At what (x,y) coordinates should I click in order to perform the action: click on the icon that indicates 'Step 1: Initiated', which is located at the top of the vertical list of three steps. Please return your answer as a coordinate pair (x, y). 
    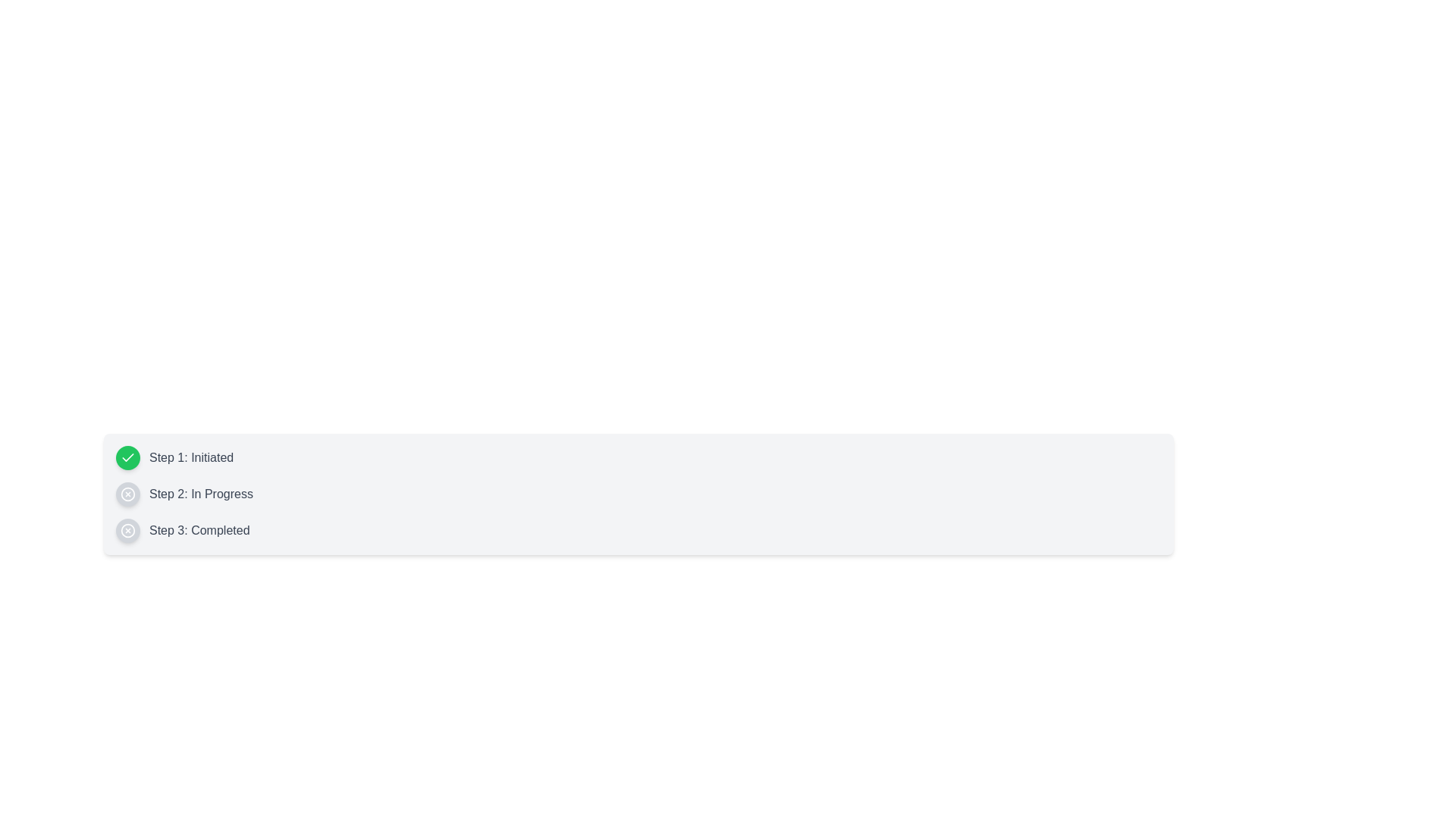
    Looking at the image, I should click on (127, 457).